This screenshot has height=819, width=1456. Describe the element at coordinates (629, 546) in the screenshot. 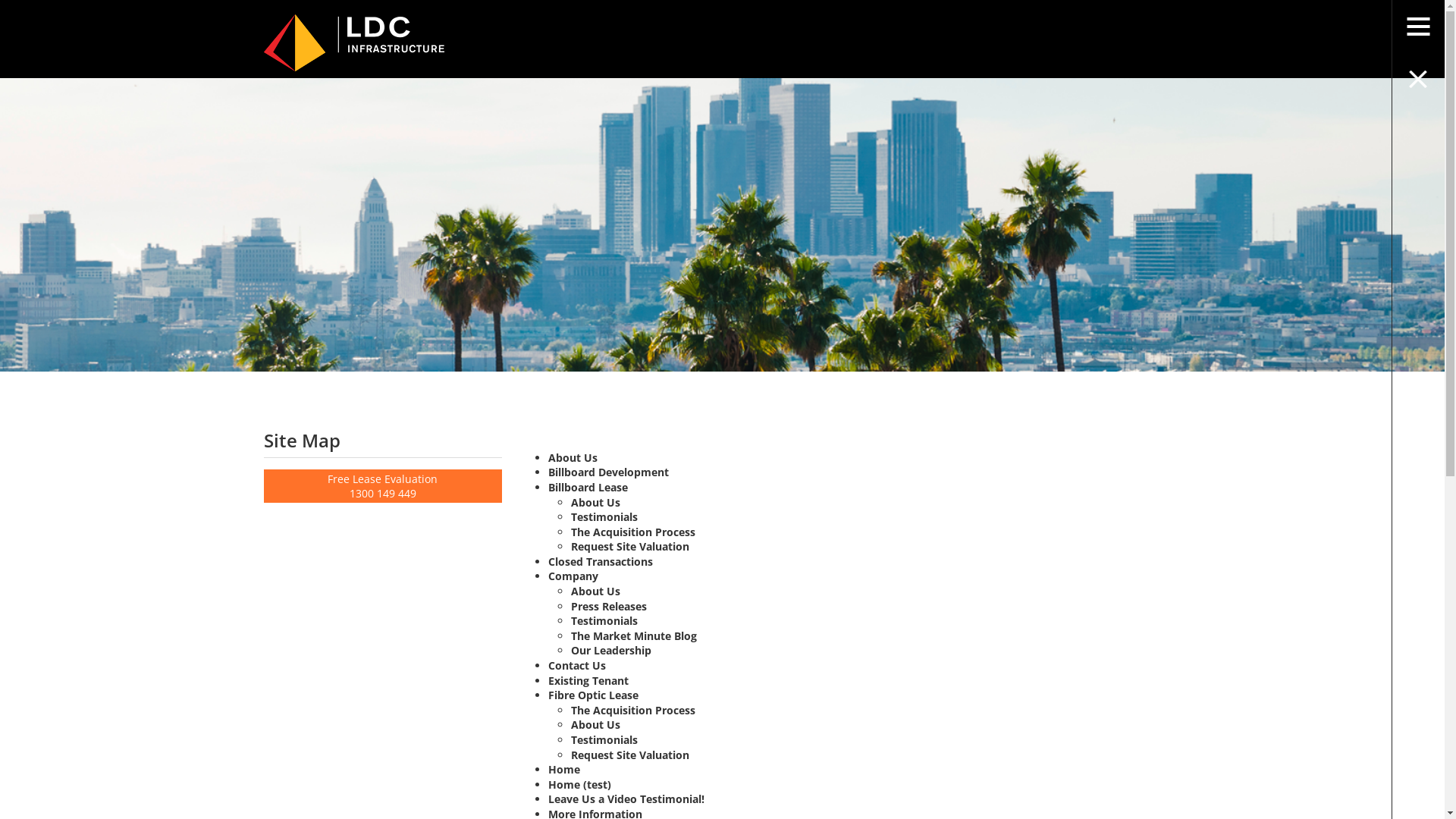

I see `'Request Site Valuation'` at that location.